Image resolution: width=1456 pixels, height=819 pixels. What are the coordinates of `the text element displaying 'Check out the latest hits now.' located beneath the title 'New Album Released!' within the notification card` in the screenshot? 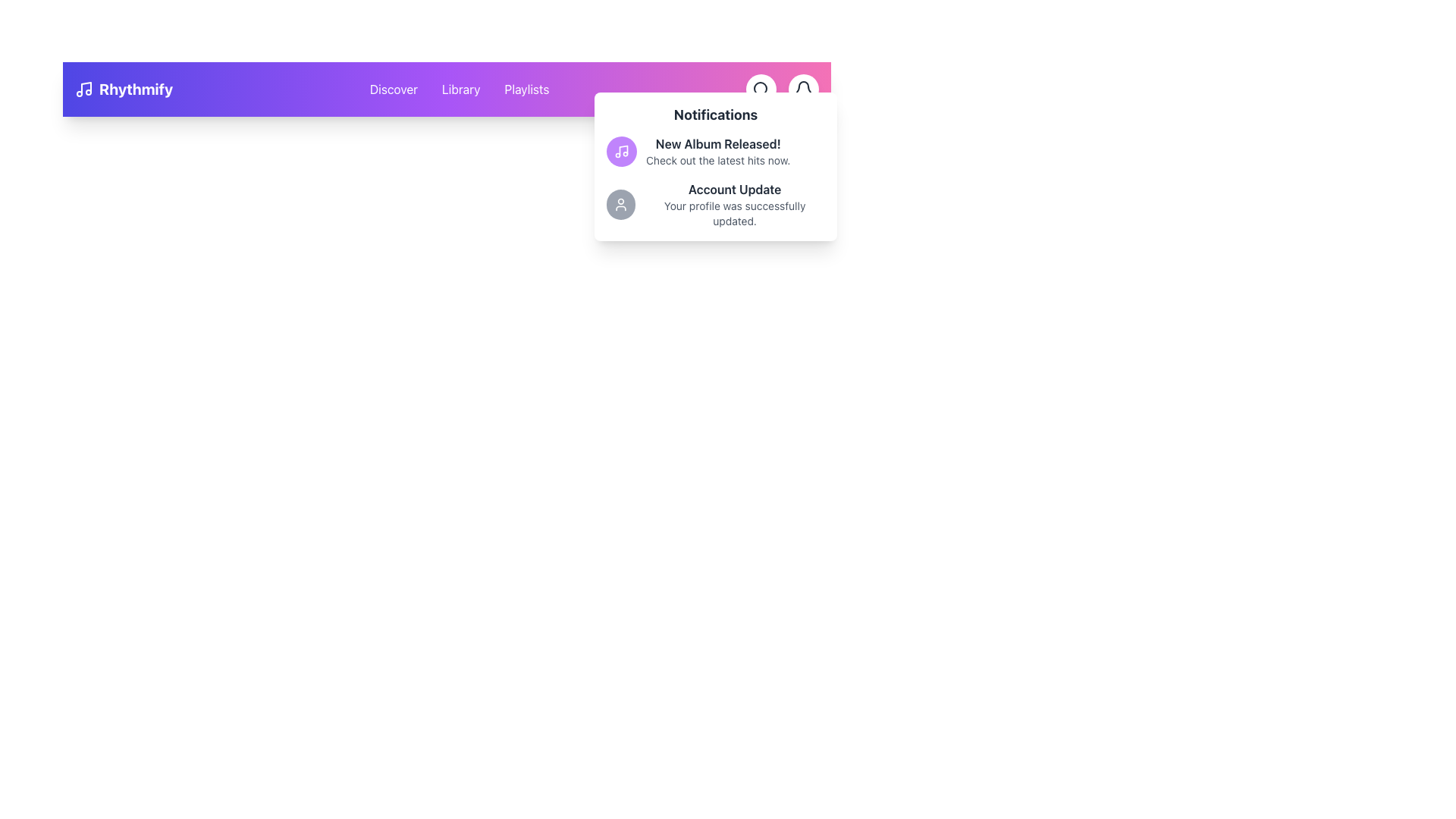 It's located at (717, 161).